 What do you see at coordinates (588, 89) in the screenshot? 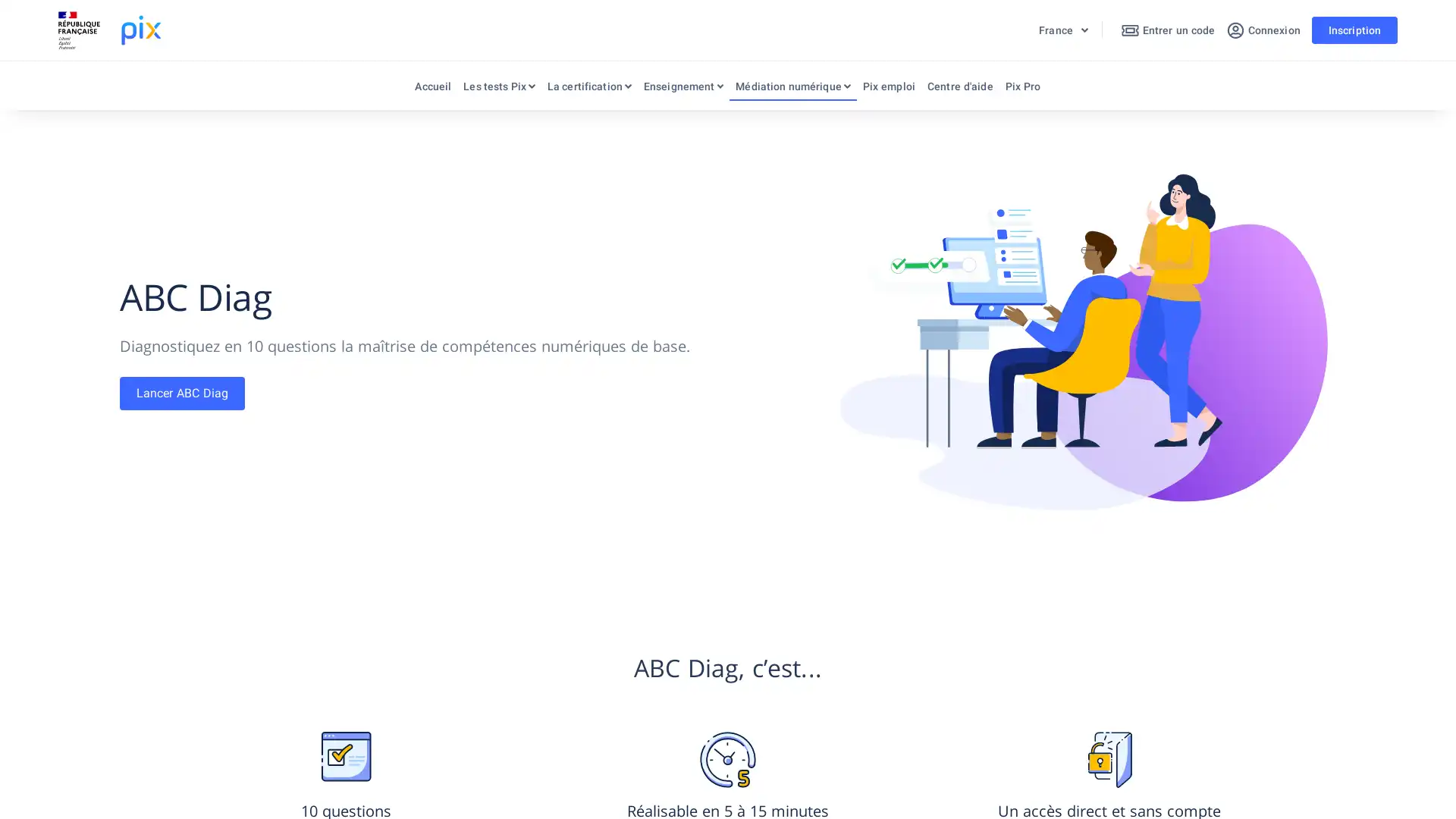
I see `La certification` at bounding box center [588, 89].